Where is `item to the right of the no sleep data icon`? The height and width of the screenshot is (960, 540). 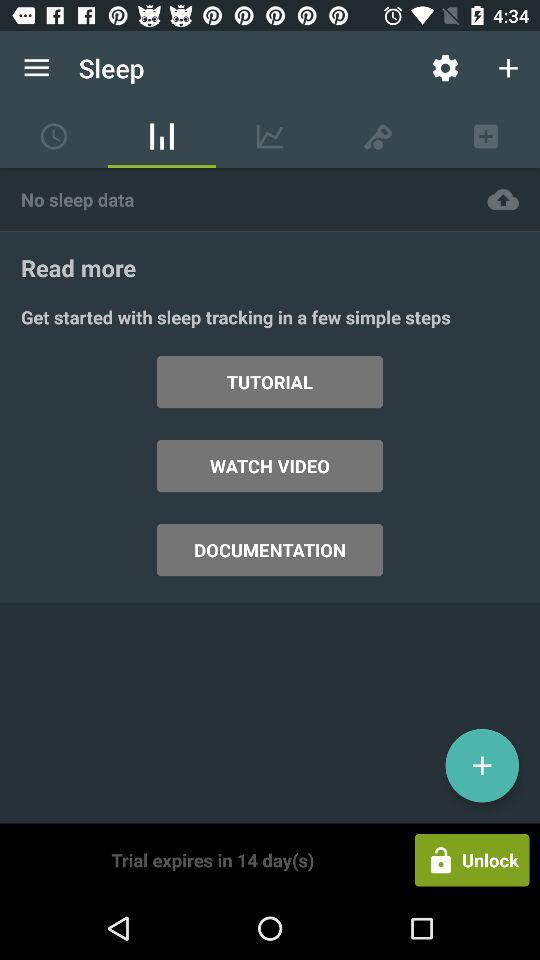 item to the right of the no sleep data icon is located at coordinates (502, 199).